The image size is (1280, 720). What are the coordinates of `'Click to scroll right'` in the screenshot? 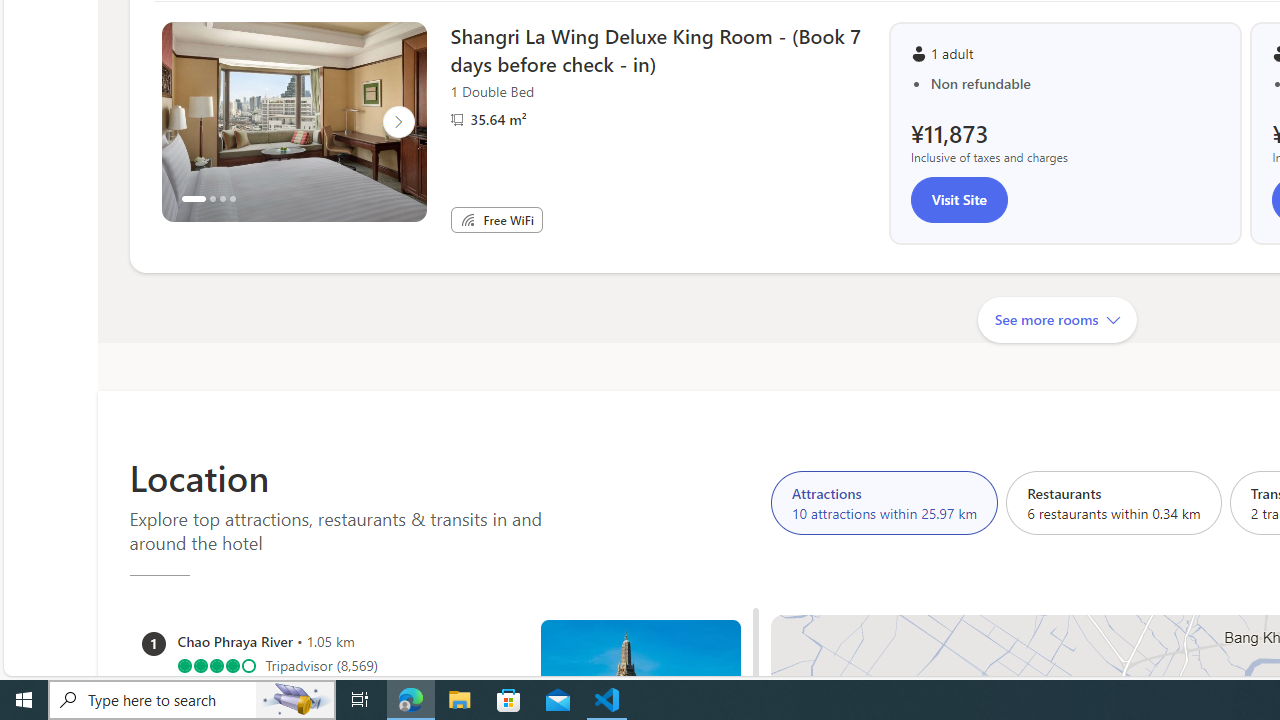 It's located at (398, 122).